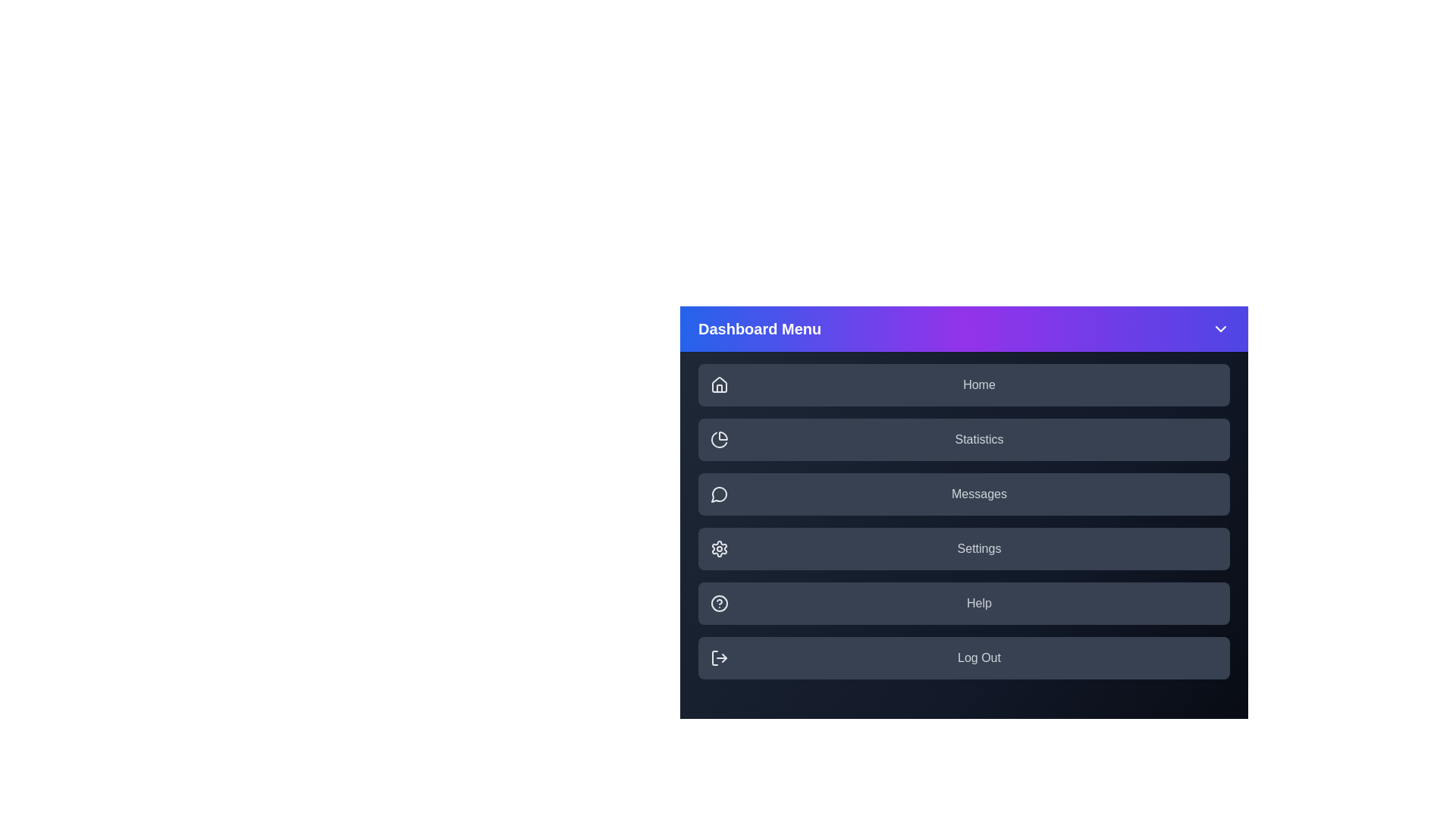  What do you see at coordinates (719, 602) in the screenshot?
I see `the icon corresponding to the menu item Help` at bounding box center [719, 602].